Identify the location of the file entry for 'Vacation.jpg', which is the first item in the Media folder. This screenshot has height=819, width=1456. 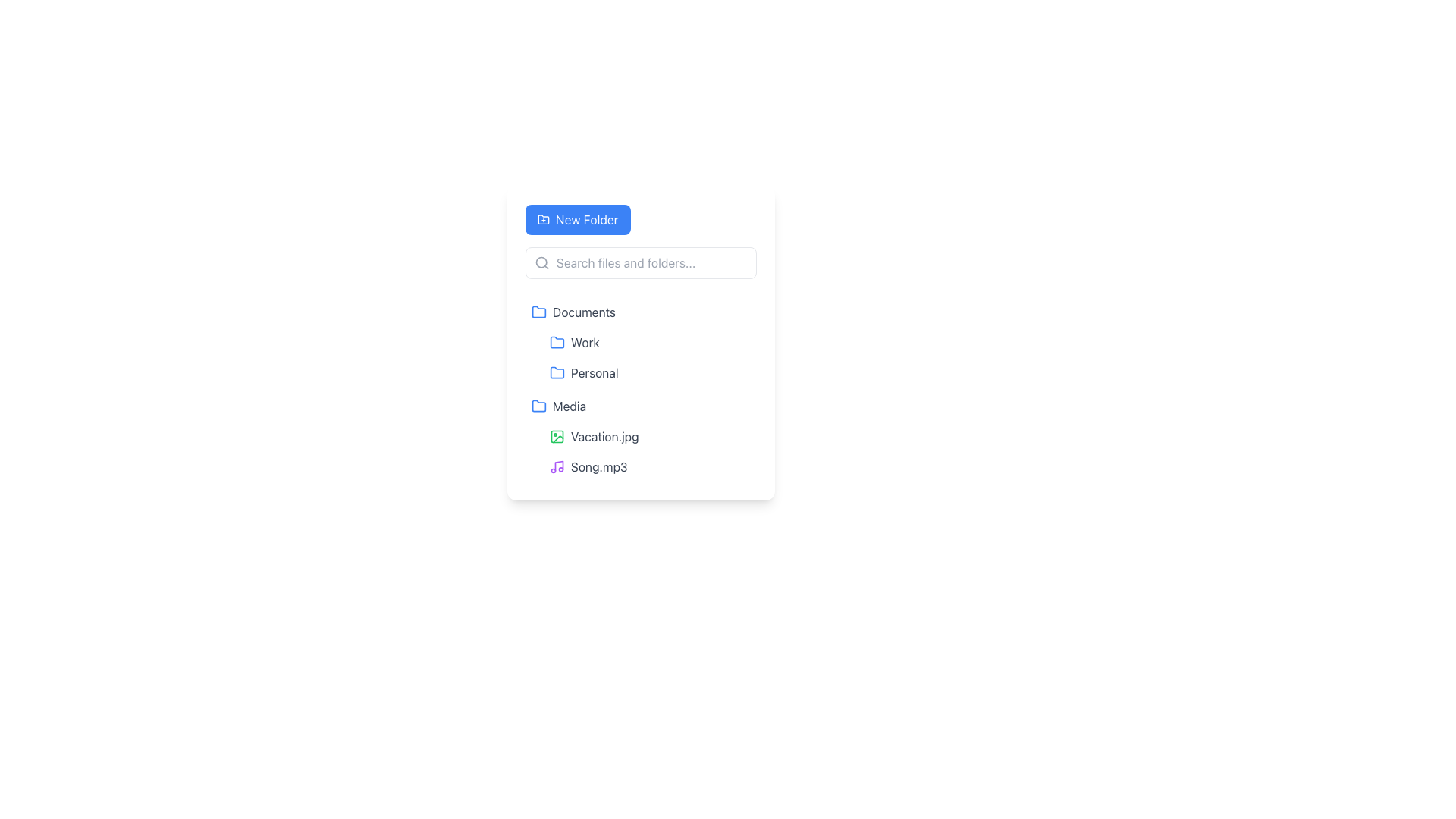
(650, 436).